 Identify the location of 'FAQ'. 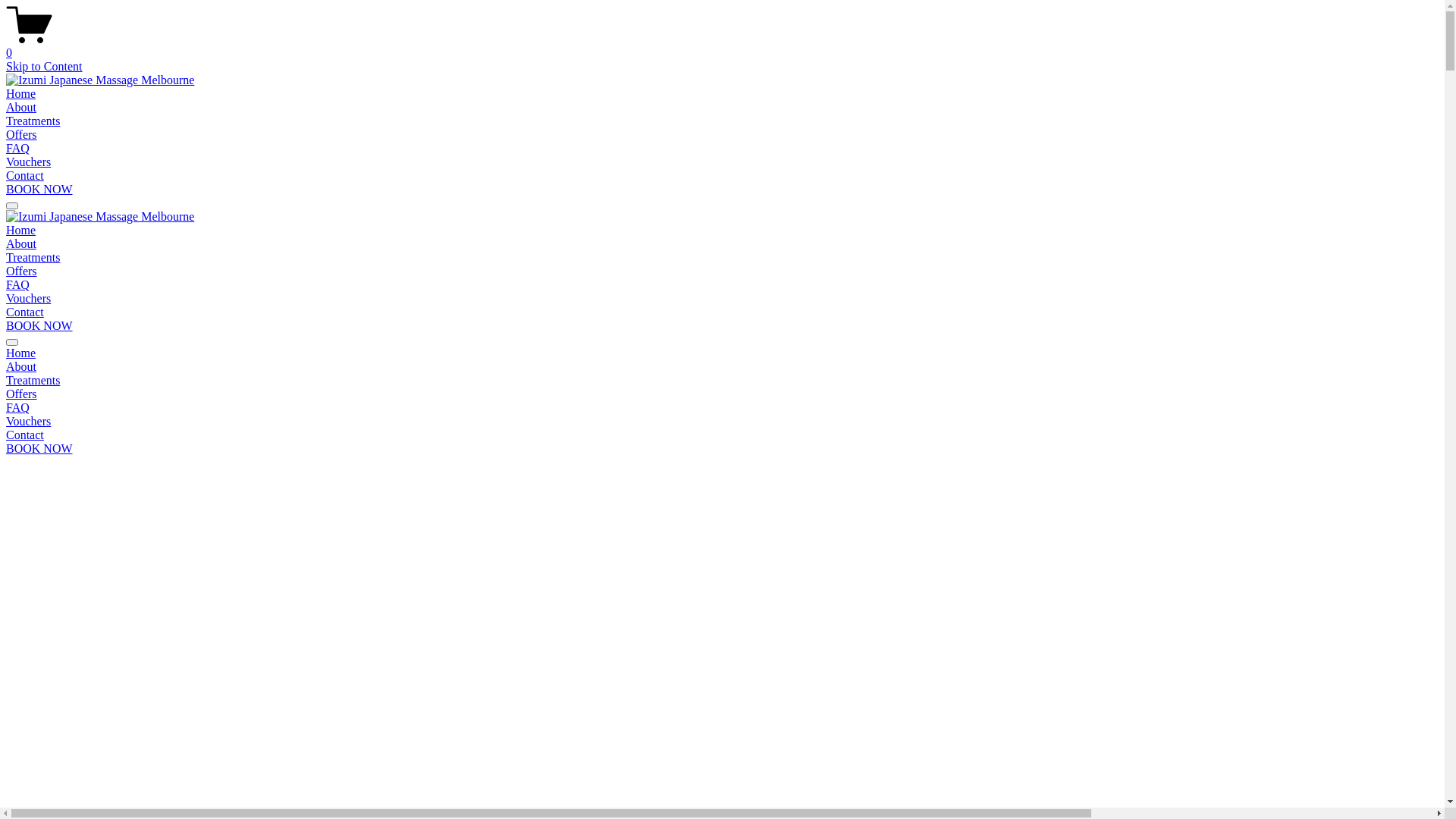
(17, 148).